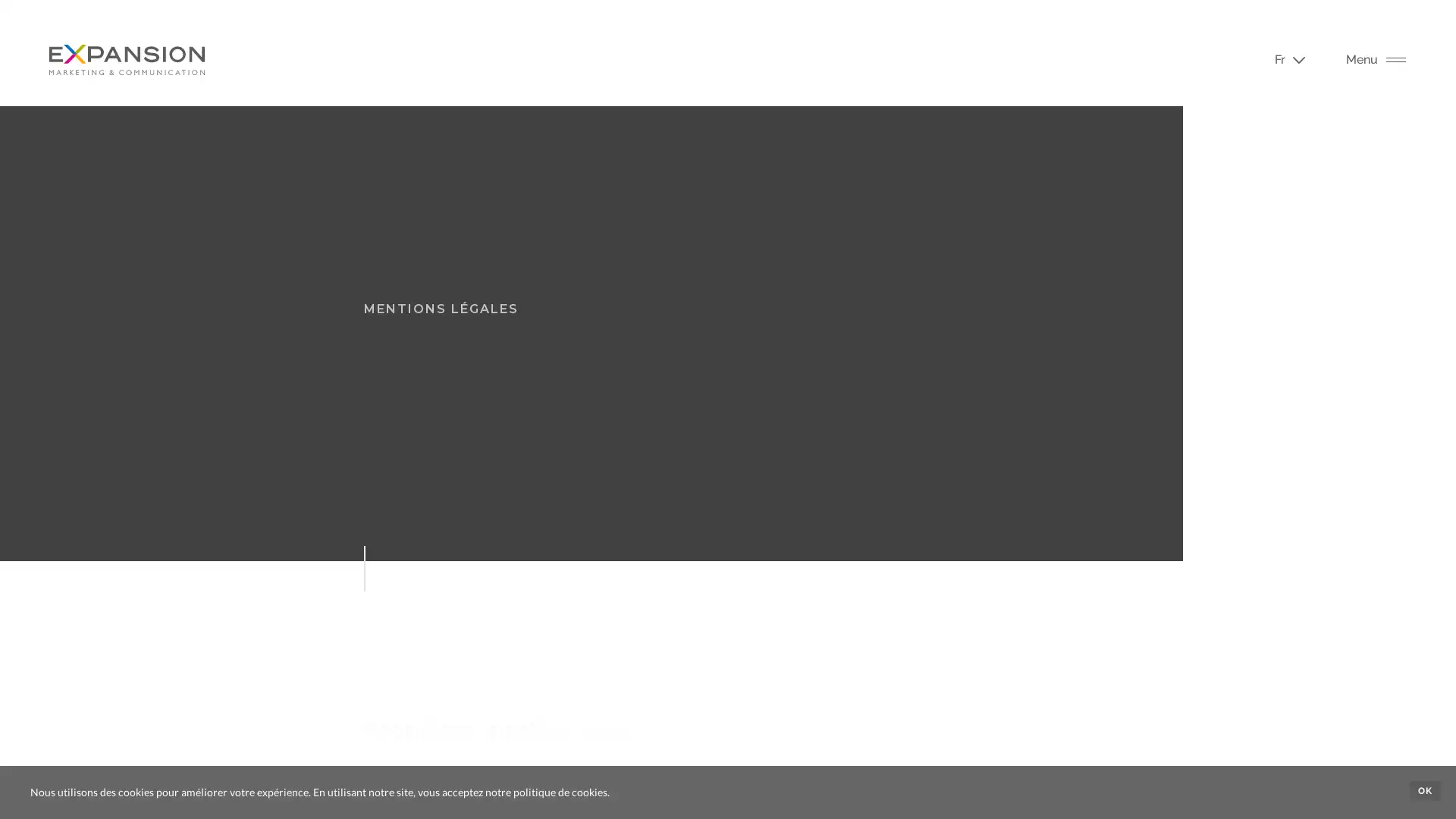 The height and width of the screenshot is (819, 1456). Describe the element at coordinates (1424, 789) in the screenshot. I see `OK` at that location.